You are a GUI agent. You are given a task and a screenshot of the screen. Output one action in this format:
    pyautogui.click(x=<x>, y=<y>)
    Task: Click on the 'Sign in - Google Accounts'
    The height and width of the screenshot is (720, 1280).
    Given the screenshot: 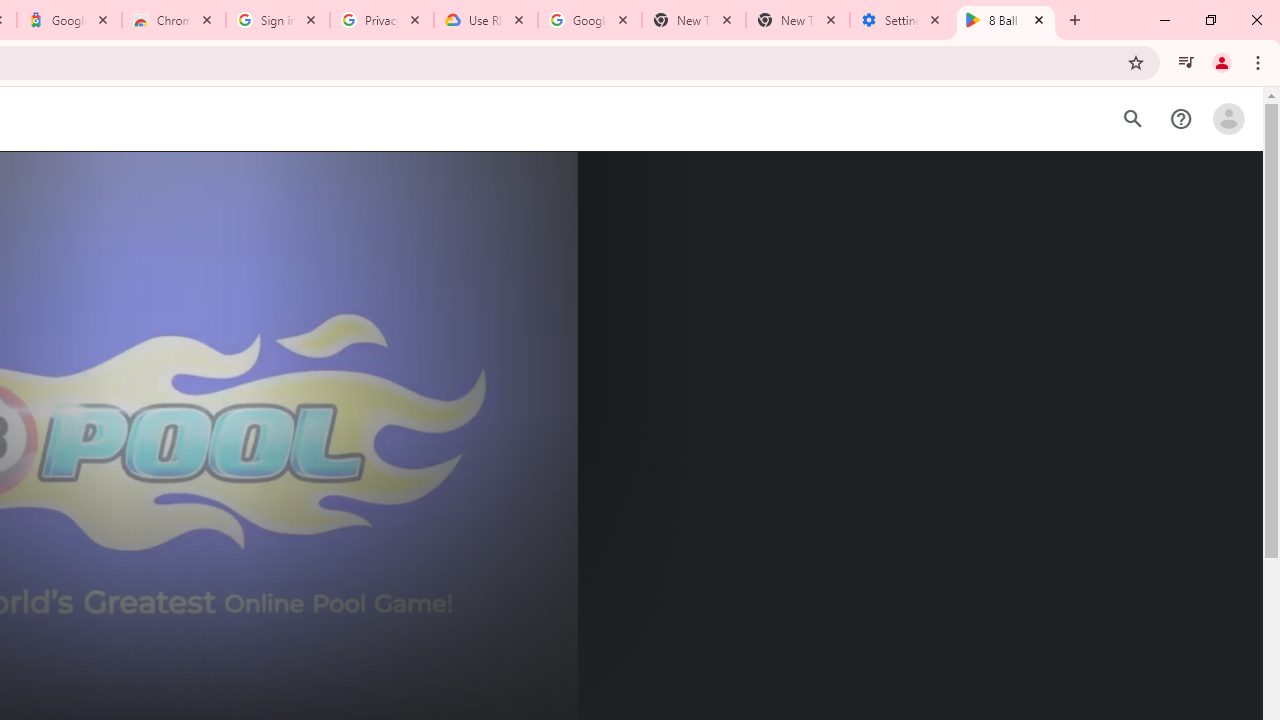 What is the action you would take?
    pyautogui.click(x=277, y=20)
    